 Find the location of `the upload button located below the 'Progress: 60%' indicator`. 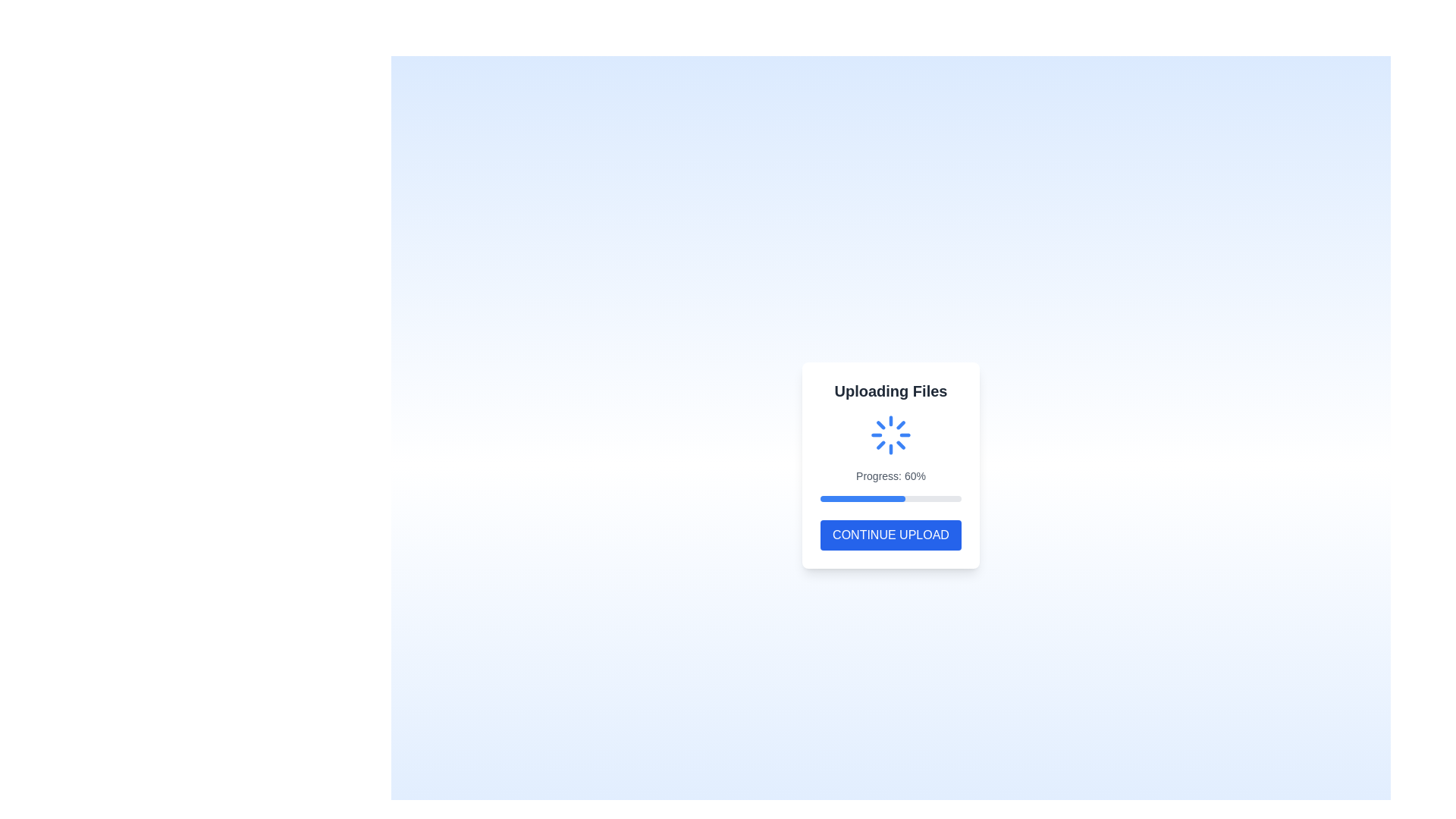

the upload button located below the 'Progress: 60%' indicator is located at coordinates (891, 534).